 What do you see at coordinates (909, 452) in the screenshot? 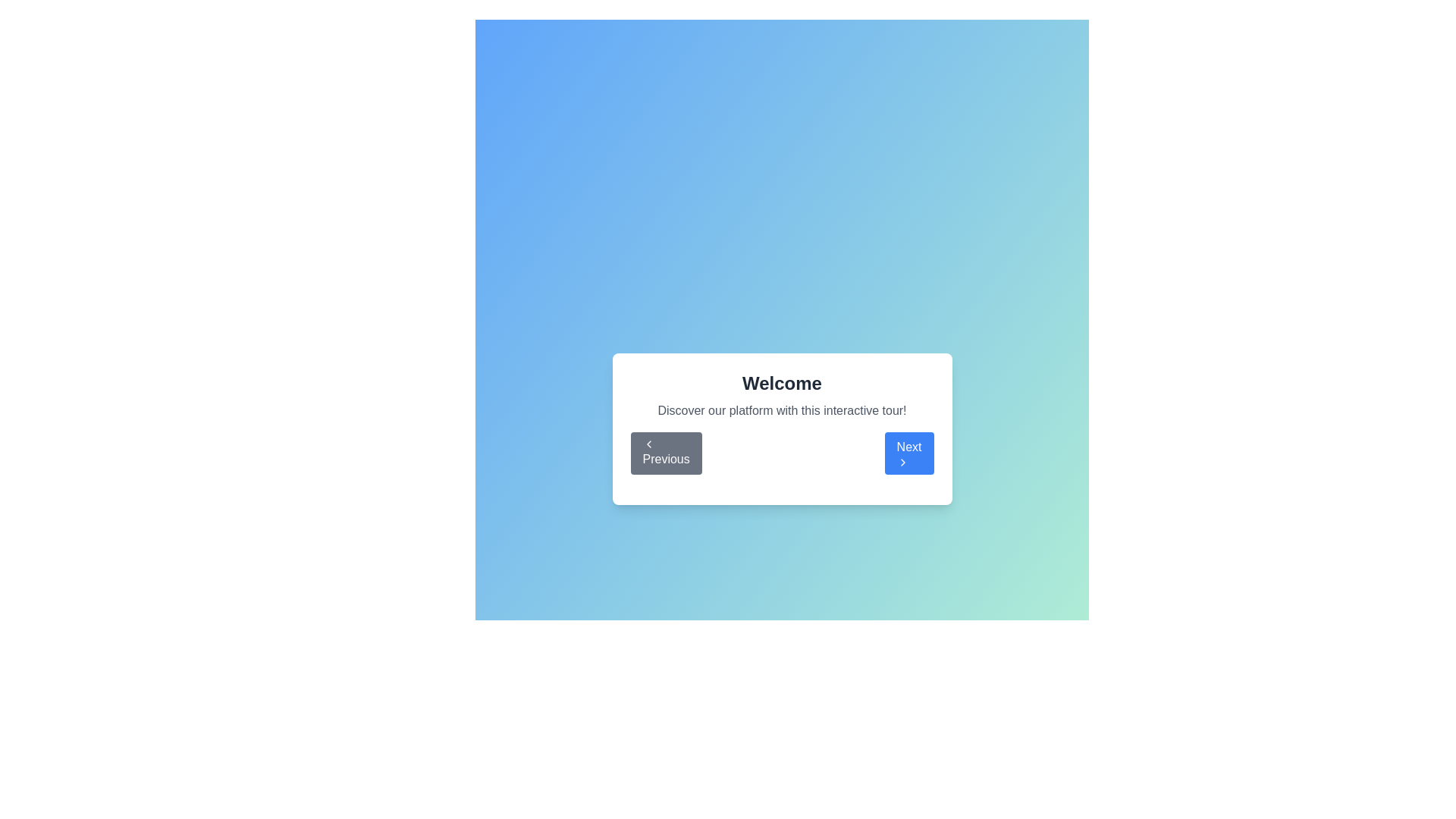
I see `the navigation button located within the centered modal dialog on the right side of the two-button group to proceed to the next step` at bounding box center [909, 452].